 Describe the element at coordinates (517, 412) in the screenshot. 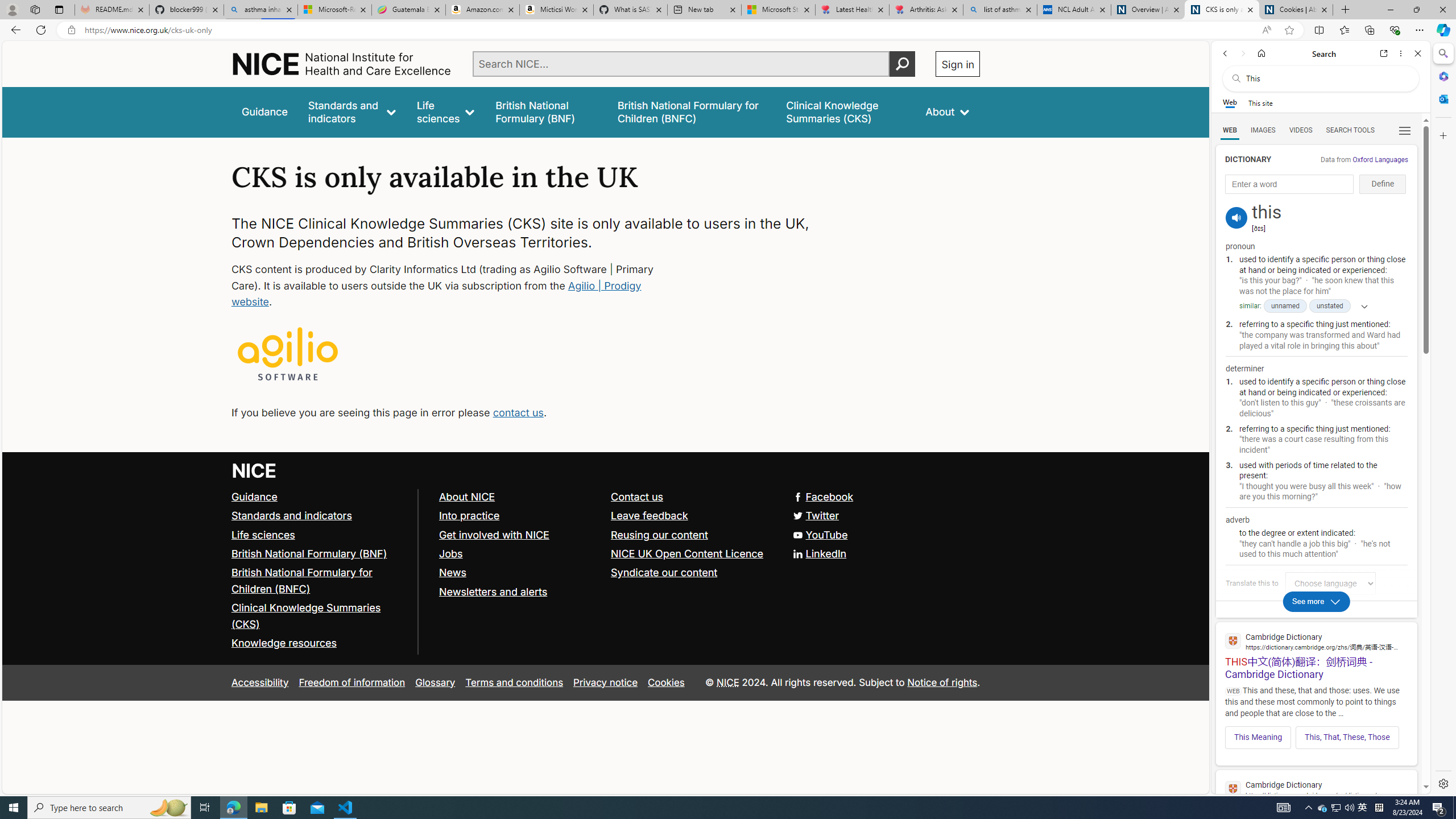

I see `'contact us'` at that location.